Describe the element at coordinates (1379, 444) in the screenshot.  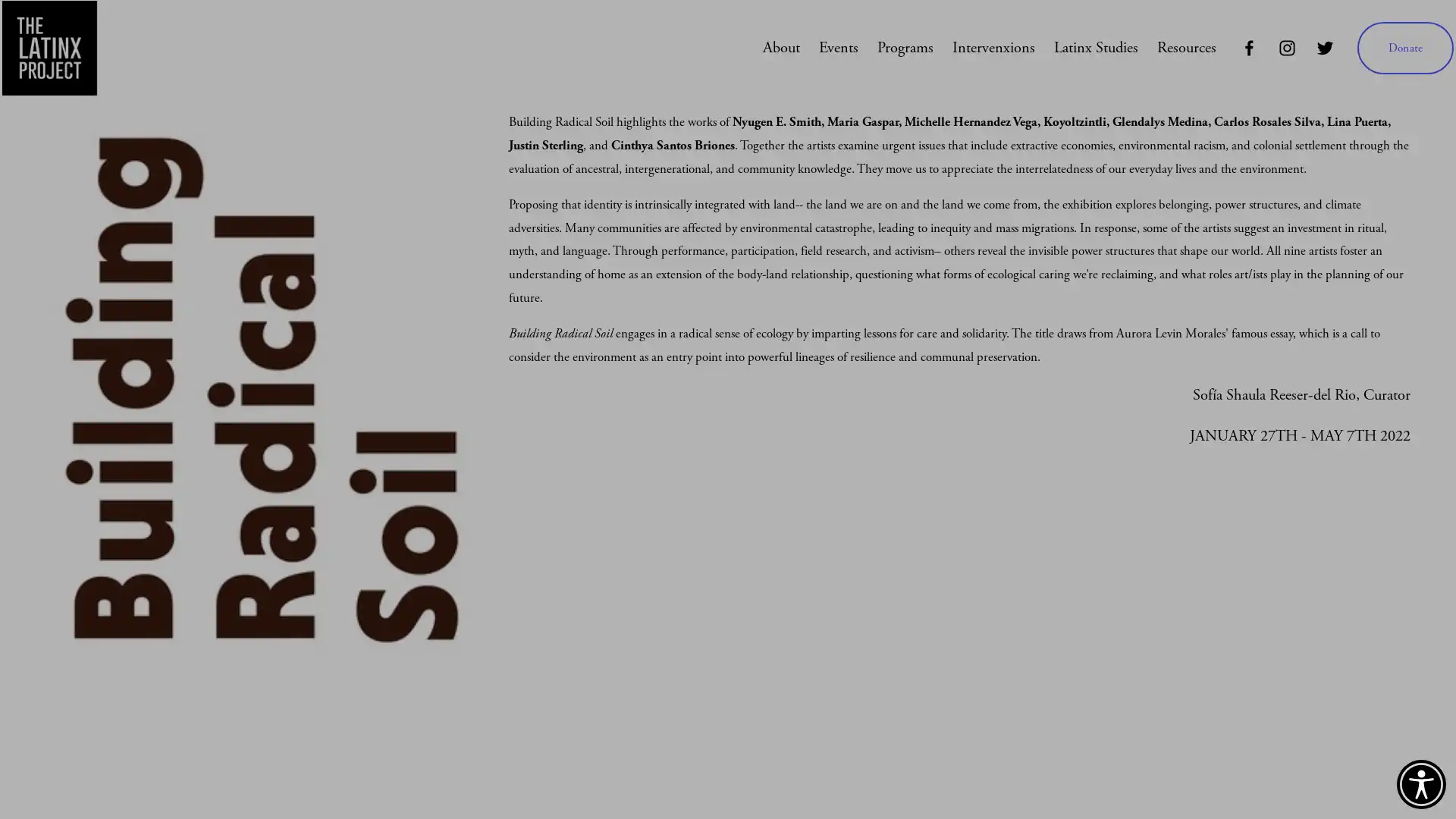
I see `Close` at that location.